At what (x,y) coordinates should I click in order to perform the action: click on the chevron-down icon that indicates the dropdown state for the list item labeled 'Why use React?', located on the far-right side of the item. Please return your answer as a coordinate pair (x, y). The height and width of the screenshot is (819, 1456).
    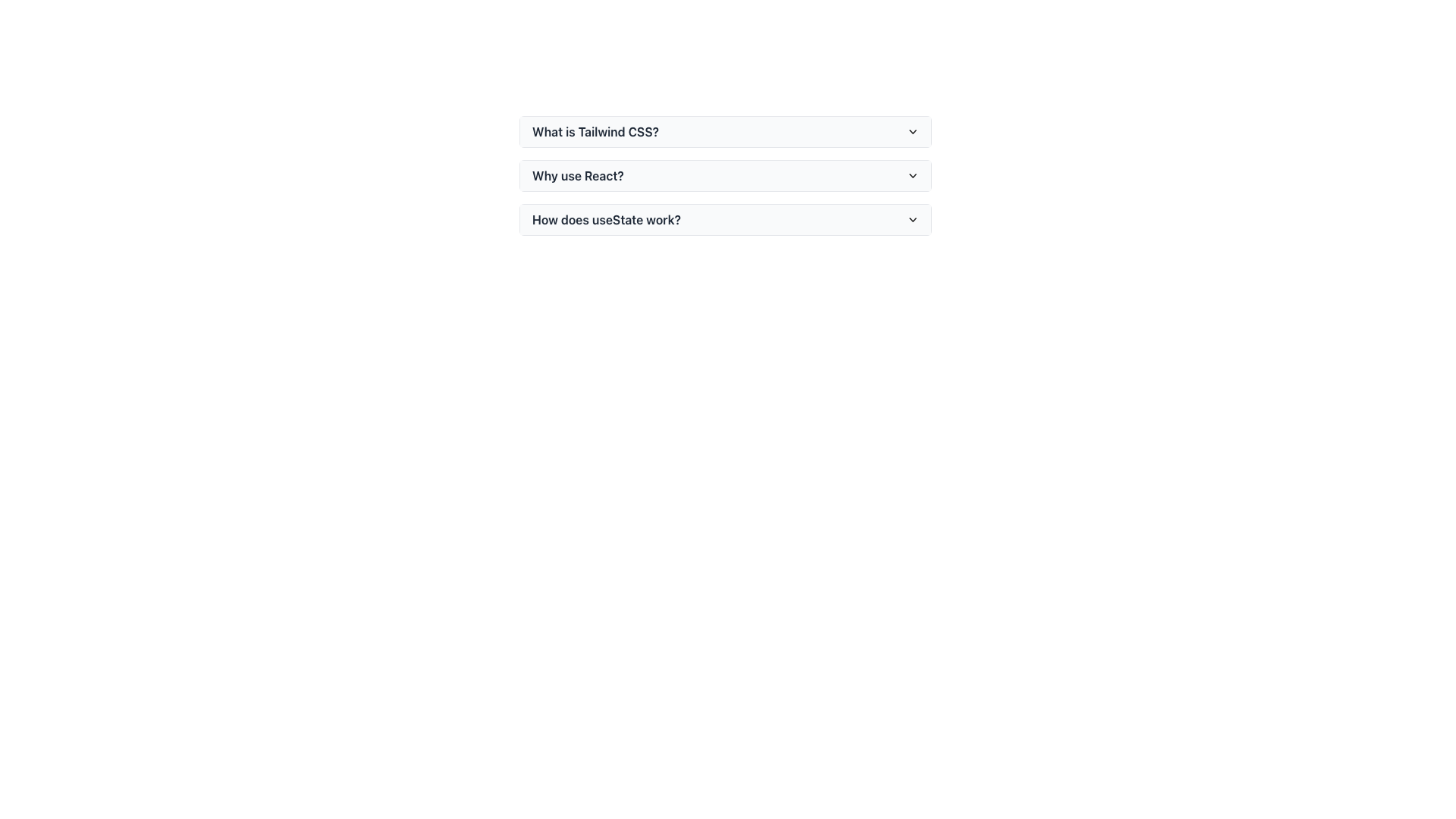
    Looking at the image, I should click on (912, 174).